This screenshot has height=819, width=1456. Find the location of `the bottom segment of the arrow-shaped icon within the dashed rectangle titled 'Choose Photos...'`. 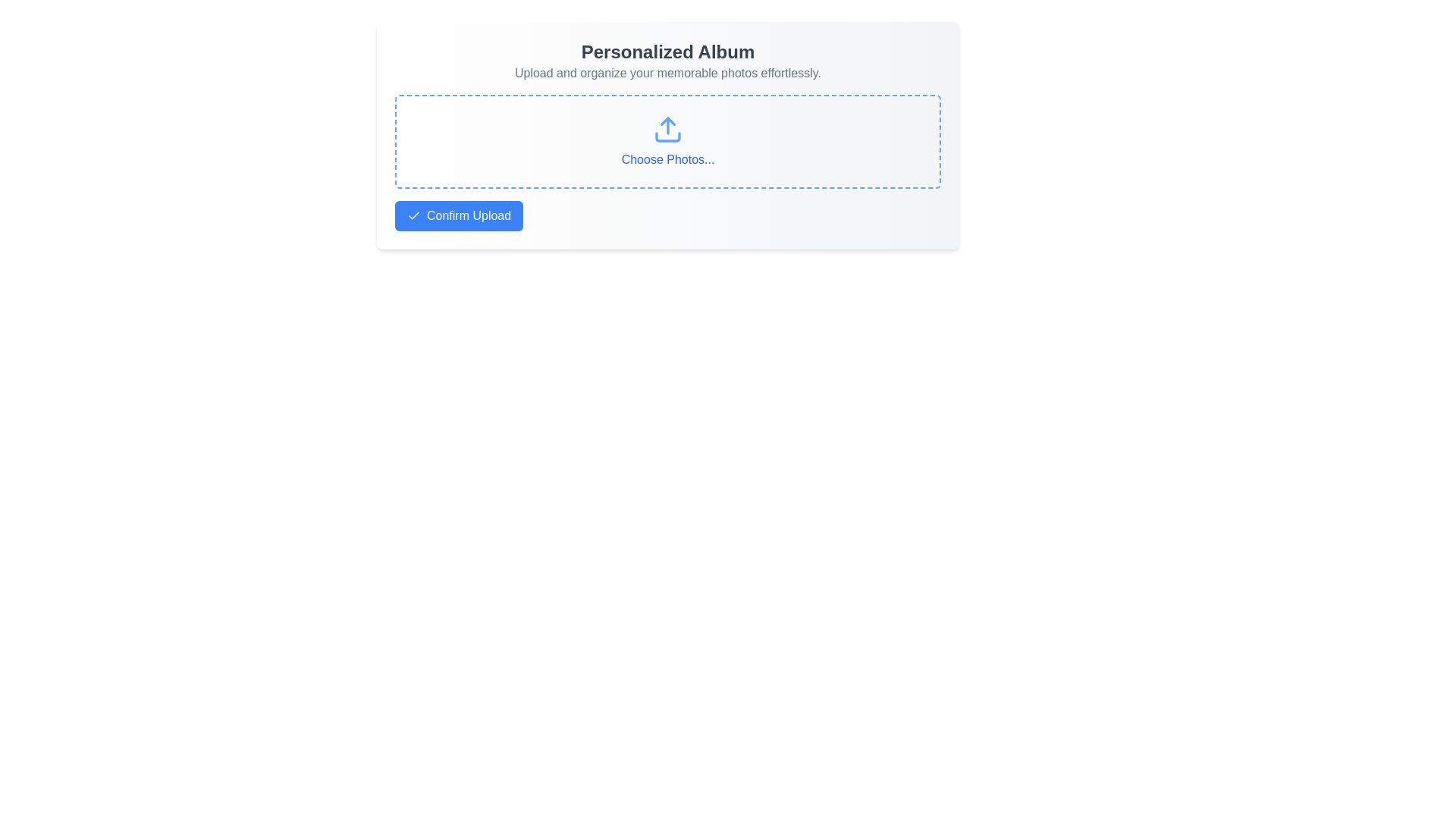

the bottom segment of the arrow-shaped icon within the dashed rectangle titled 'Choose Photos...' is located at coordinates (667, 137).